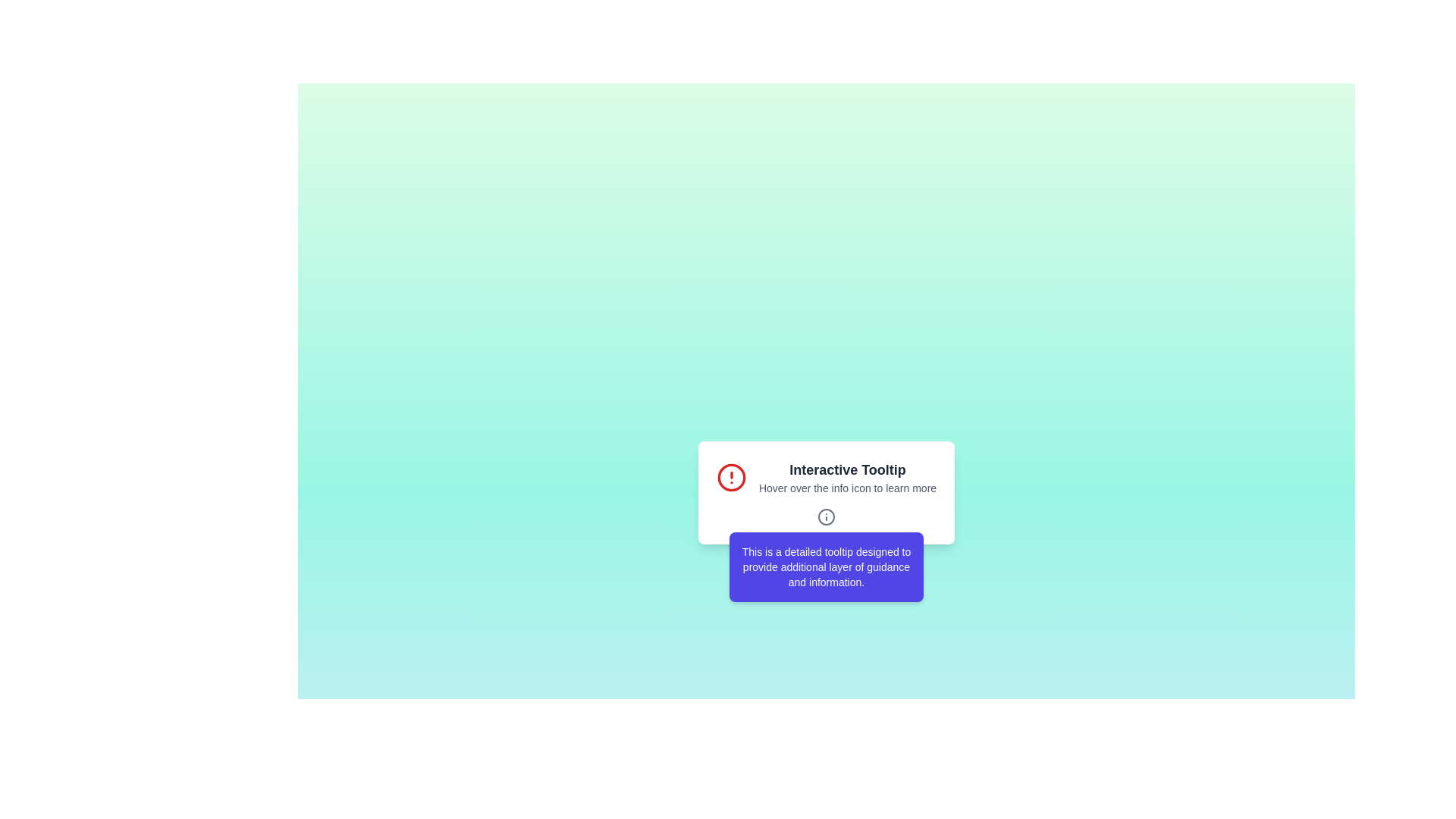  I want to click on warning icon located in the top-left area of the white card titled 'Interactive Tooltip' for visual cues, so click(731, 476).